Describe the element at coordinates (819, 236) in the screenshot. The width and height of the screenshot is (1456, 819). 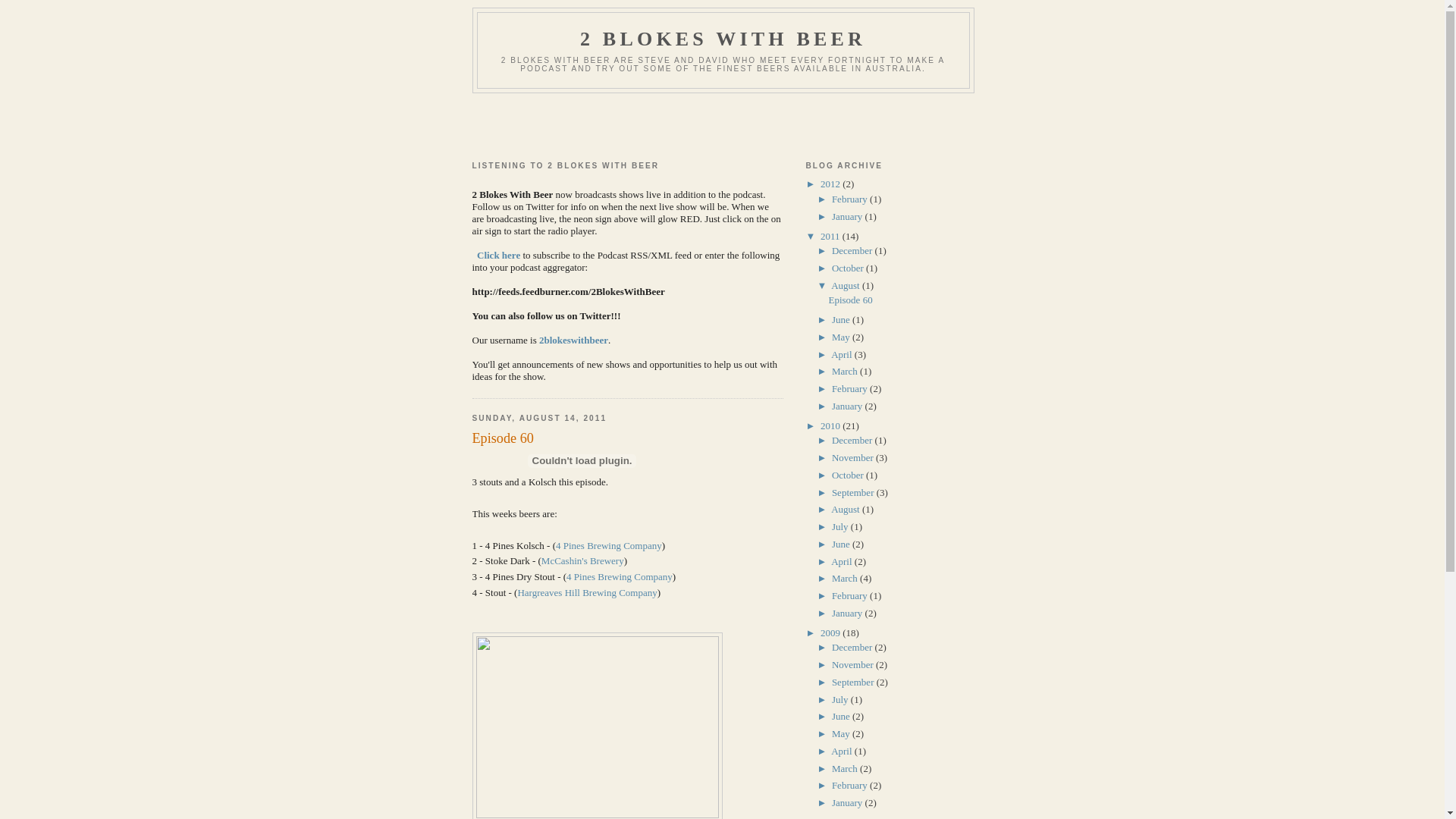
I see `'2011'` at that location.